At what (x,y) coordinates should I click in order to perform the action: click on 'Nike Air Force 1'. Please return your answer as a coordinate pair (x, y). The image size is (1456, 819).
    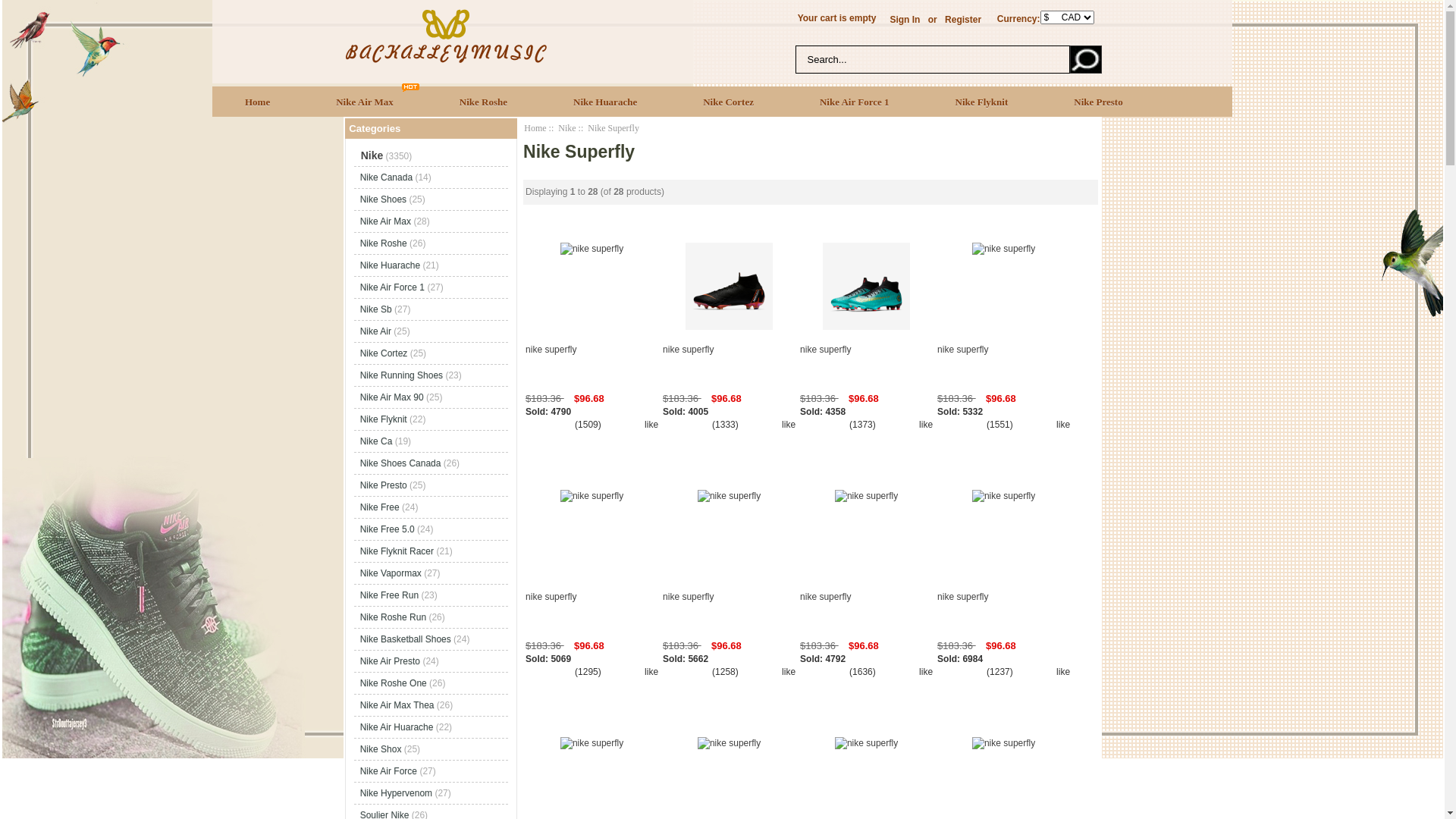
    Looking at the image, I should click on (786, 101).